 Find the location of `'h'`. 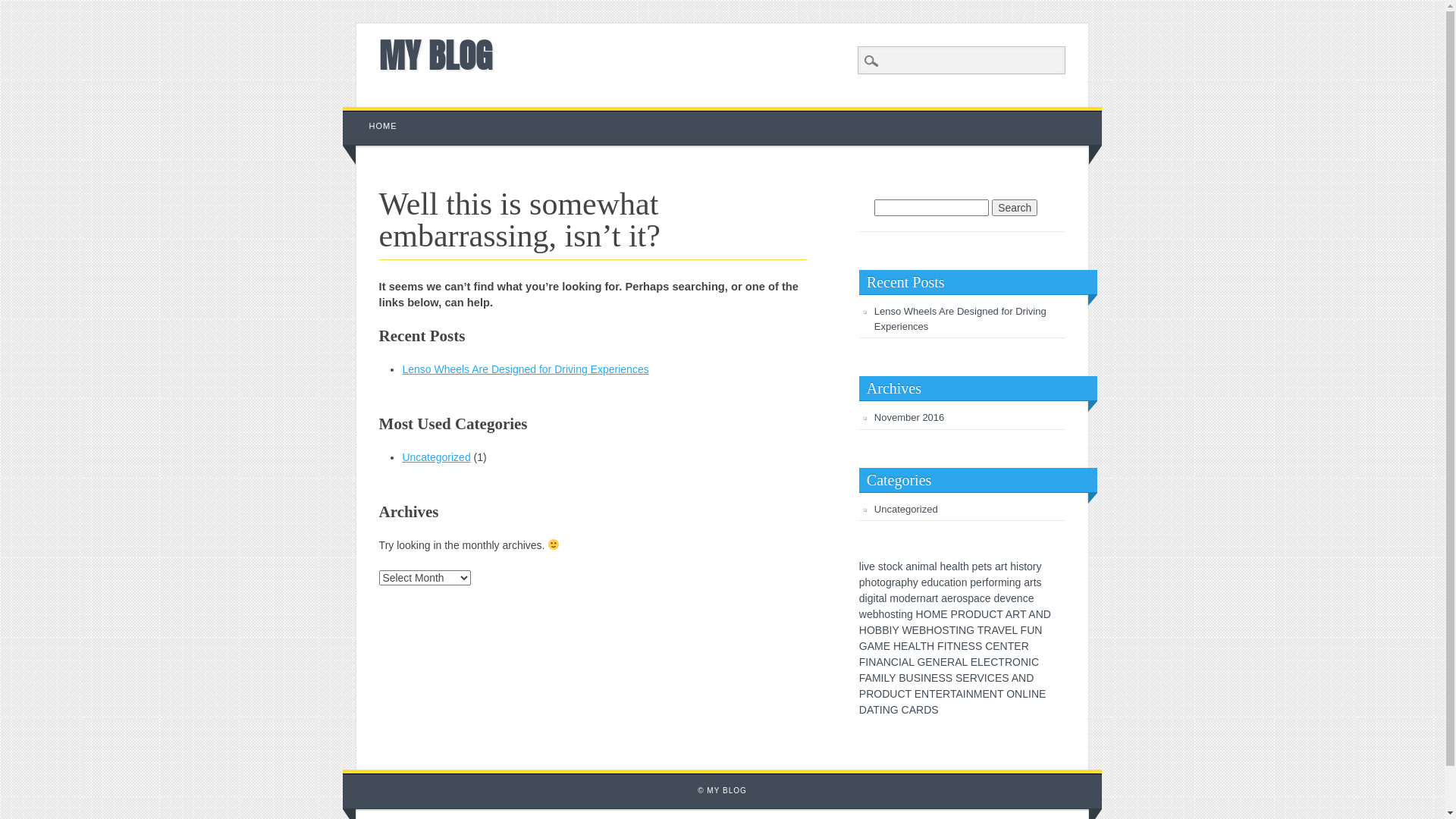

'h' is located at coordinates (865, 581).